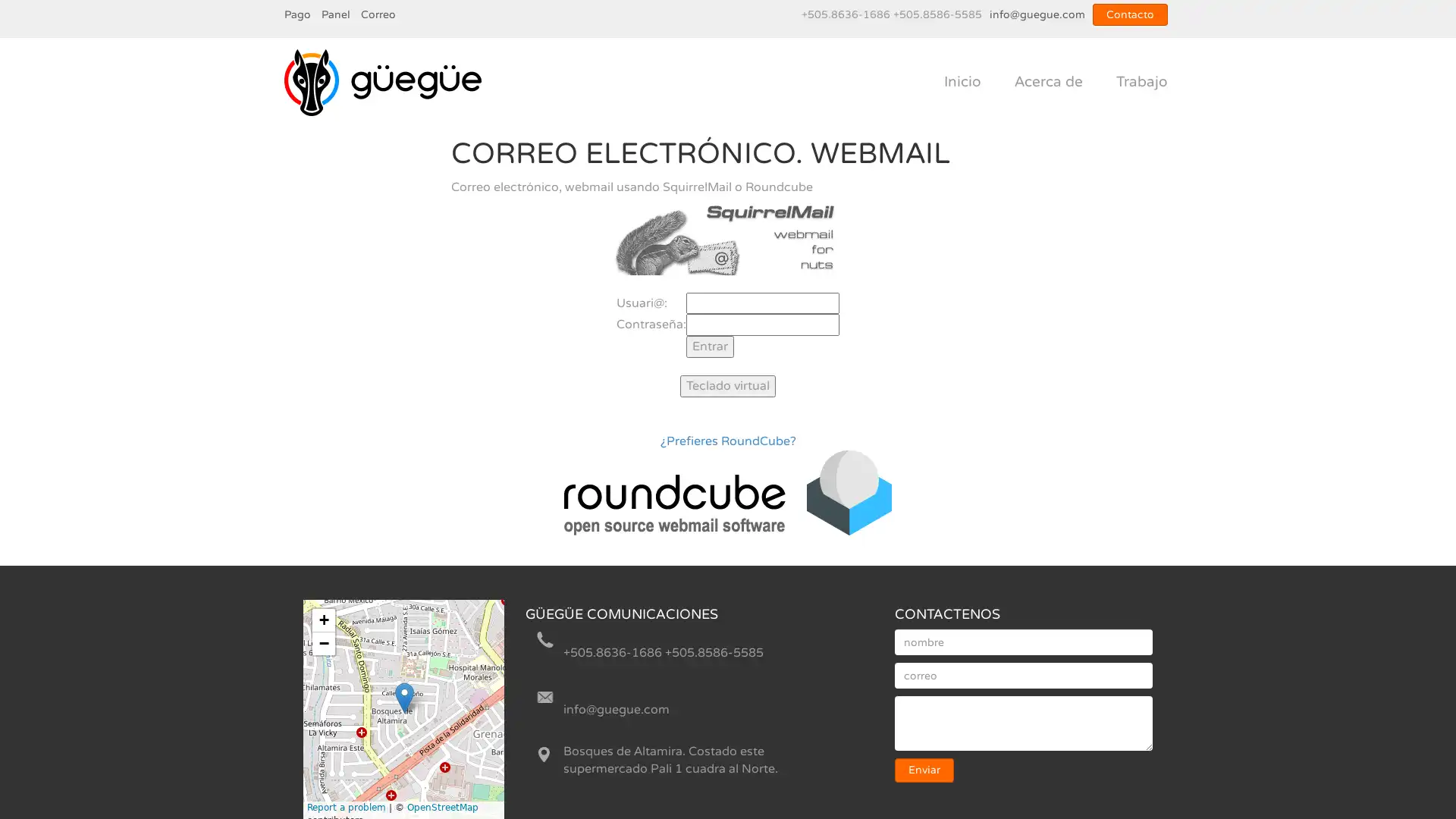  What do you see at coordinates (728, 385) in the screenshot?
I see `Teclado virtual` at bounding box center [728, 385].